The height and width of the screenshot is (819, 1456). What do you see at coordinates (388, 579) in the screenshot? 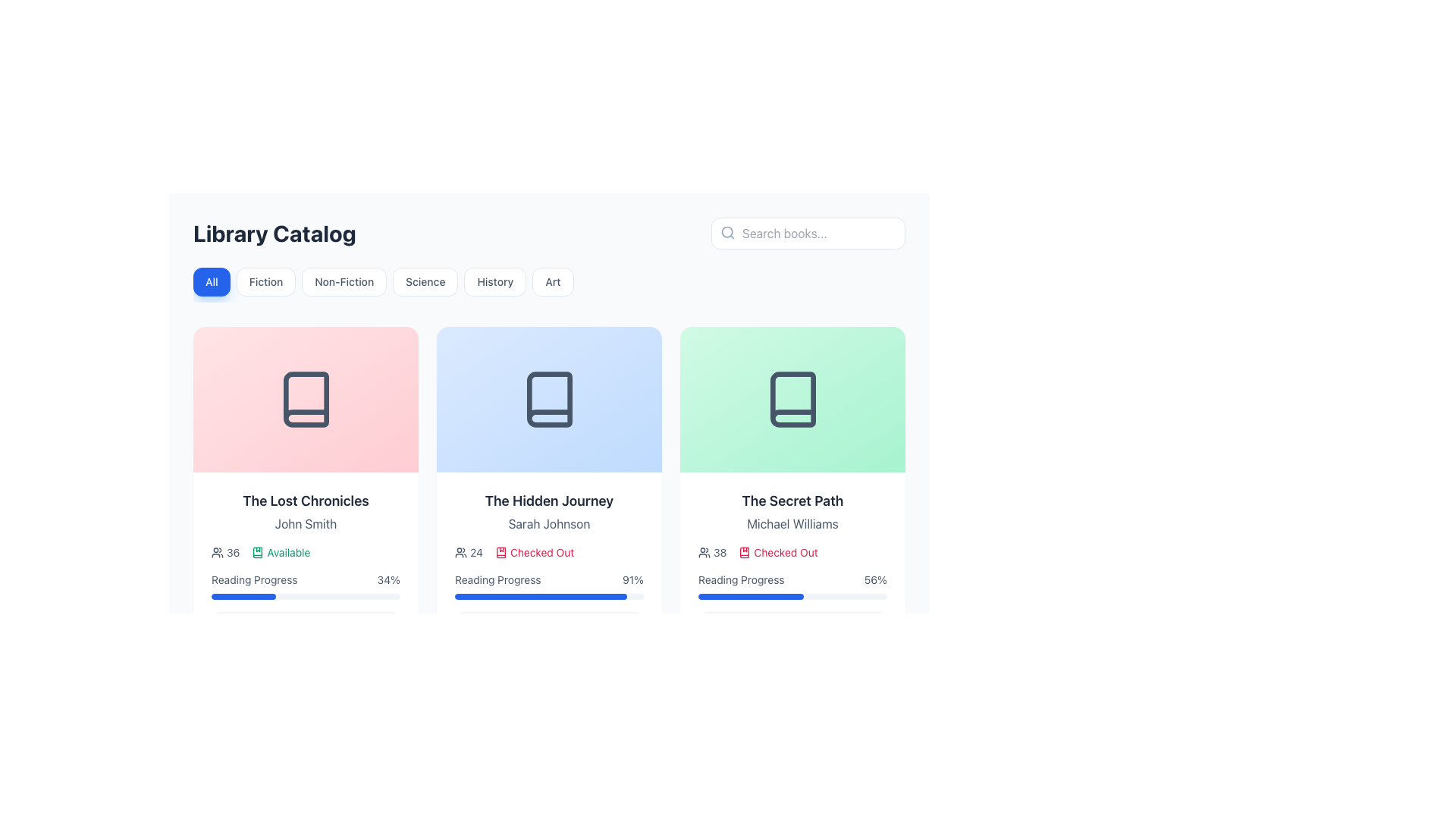
I see `the numeric indicator displaying '34%' which signifies the reading progress in the card layout for 'The Lost Chronicles'` at bounding box center [388, 579].